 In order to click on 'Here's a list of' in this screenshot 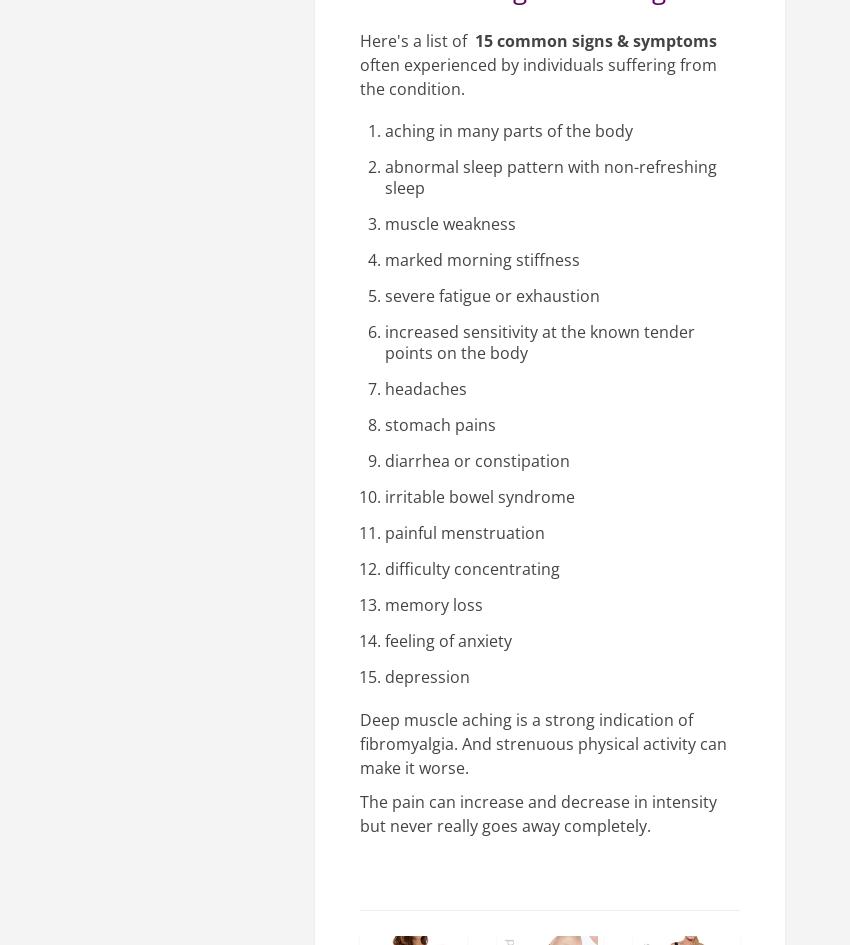, I will do `click(417, 41)`.